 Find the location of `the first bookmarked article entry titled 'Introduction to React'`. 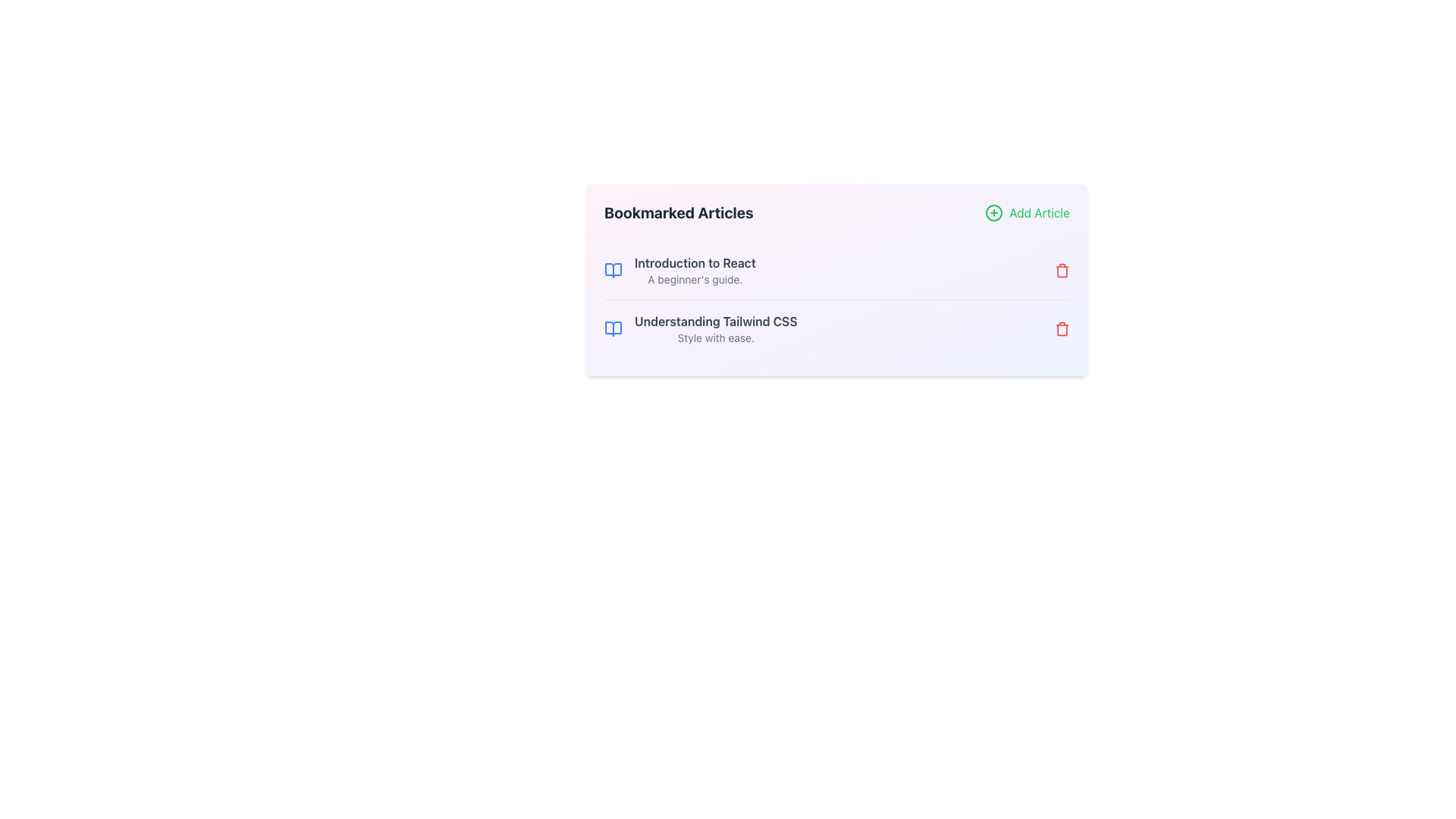

the first bookmarked article entry titled 'Introduction to React' is located at coordinates (679, 270).